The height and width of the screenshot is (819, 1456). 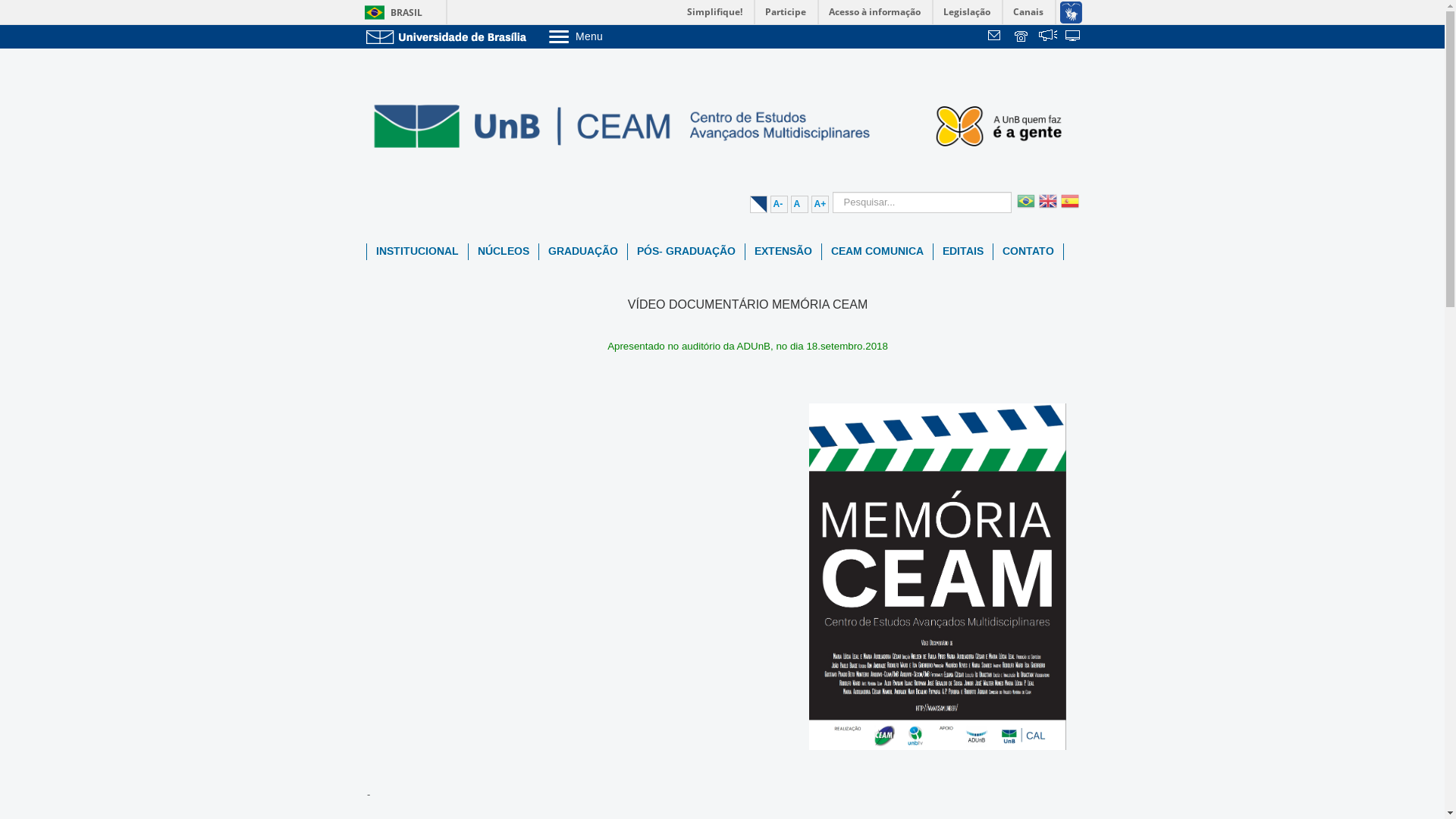 What do you see at coordinates (1024, 210) in the screenshot?
I see `'Portuguese'` at bounding box center [1024, 210].